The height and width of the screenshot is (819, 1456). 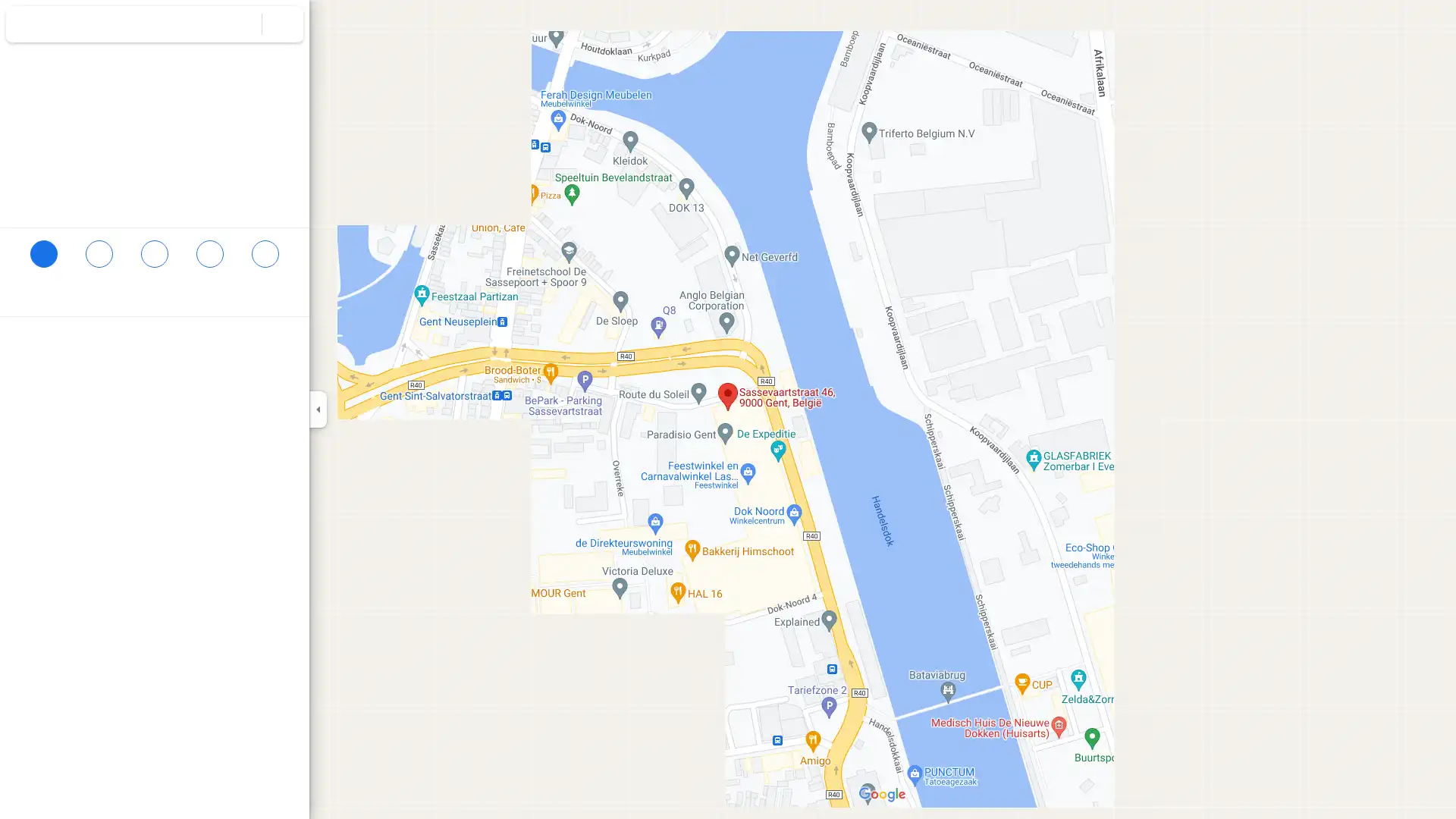 I want to click on Route naar Sassevaartstraat 46, so click(x=43, y=259).